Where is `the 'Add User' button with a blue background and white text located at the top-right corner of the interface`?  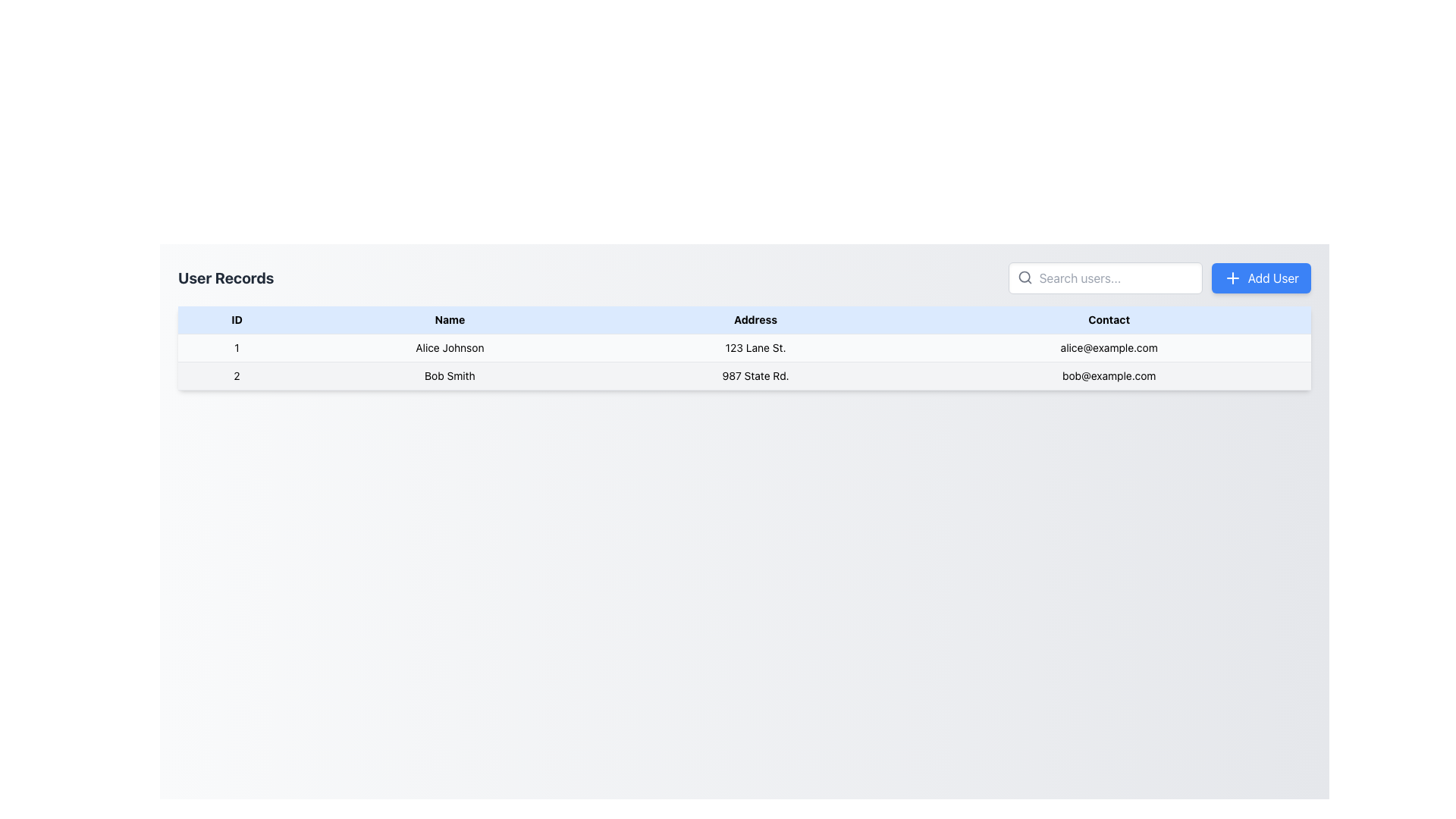 the 'Add User' button with a blue background and white text located at the top-right corner of the interface is located at coordinates (1261, 278).